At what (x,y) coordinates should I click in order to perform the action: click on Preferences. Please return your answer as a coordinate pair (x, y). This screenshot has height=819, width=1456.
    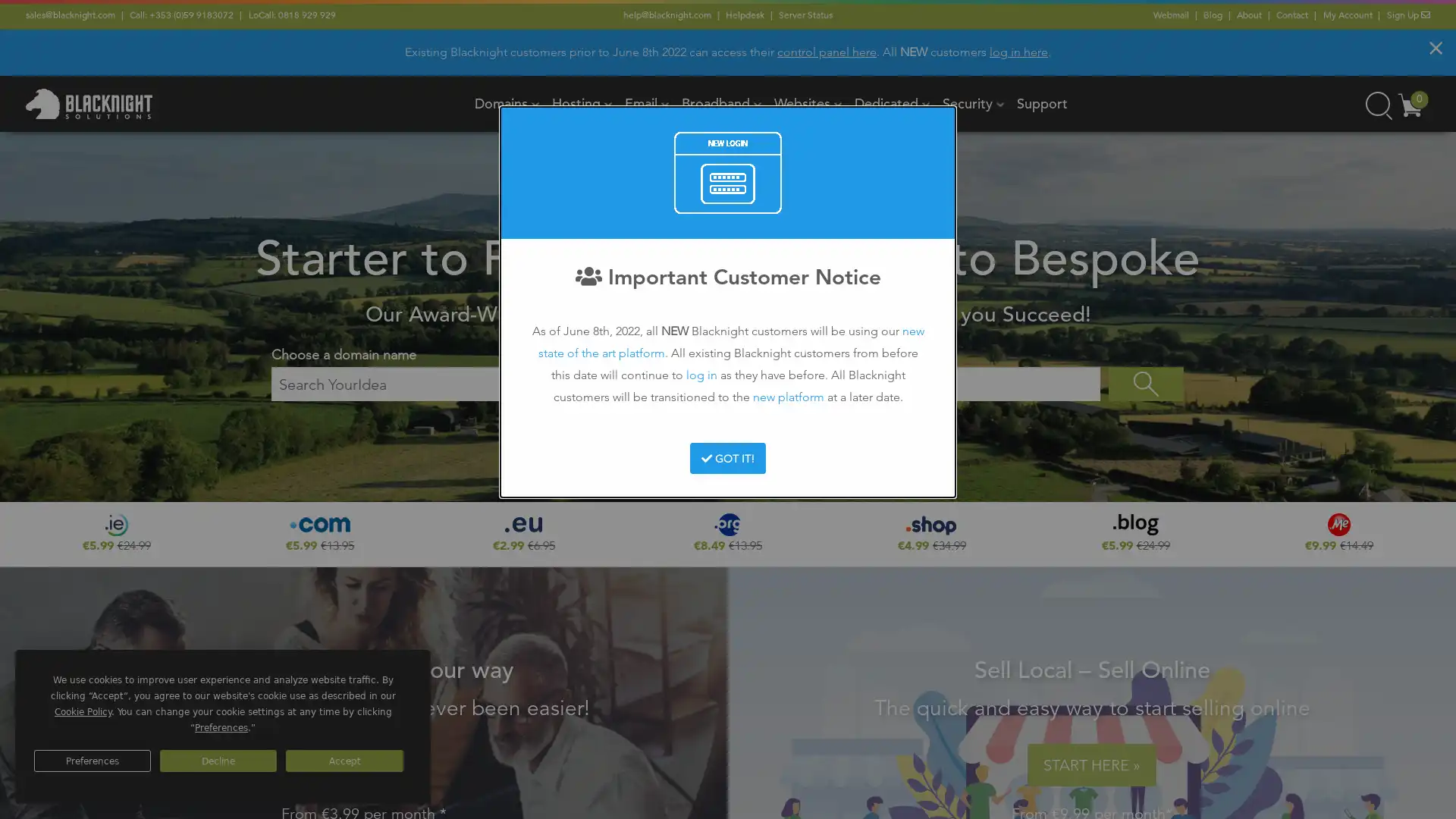
    Looking at the image, I should click on (91, 761).